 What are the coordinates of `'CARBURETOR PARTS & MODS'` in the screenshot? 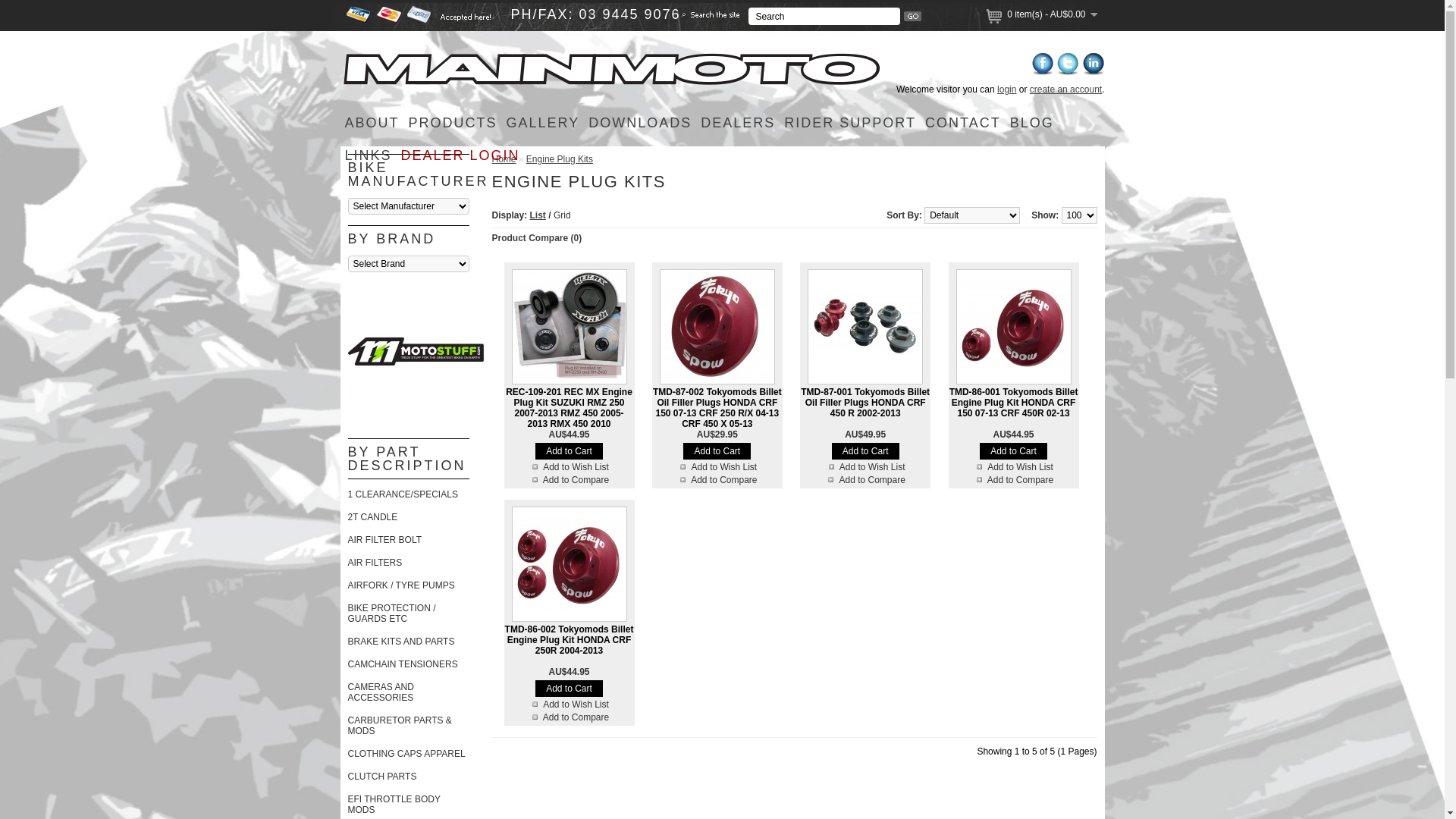 It's located at (346, 724).